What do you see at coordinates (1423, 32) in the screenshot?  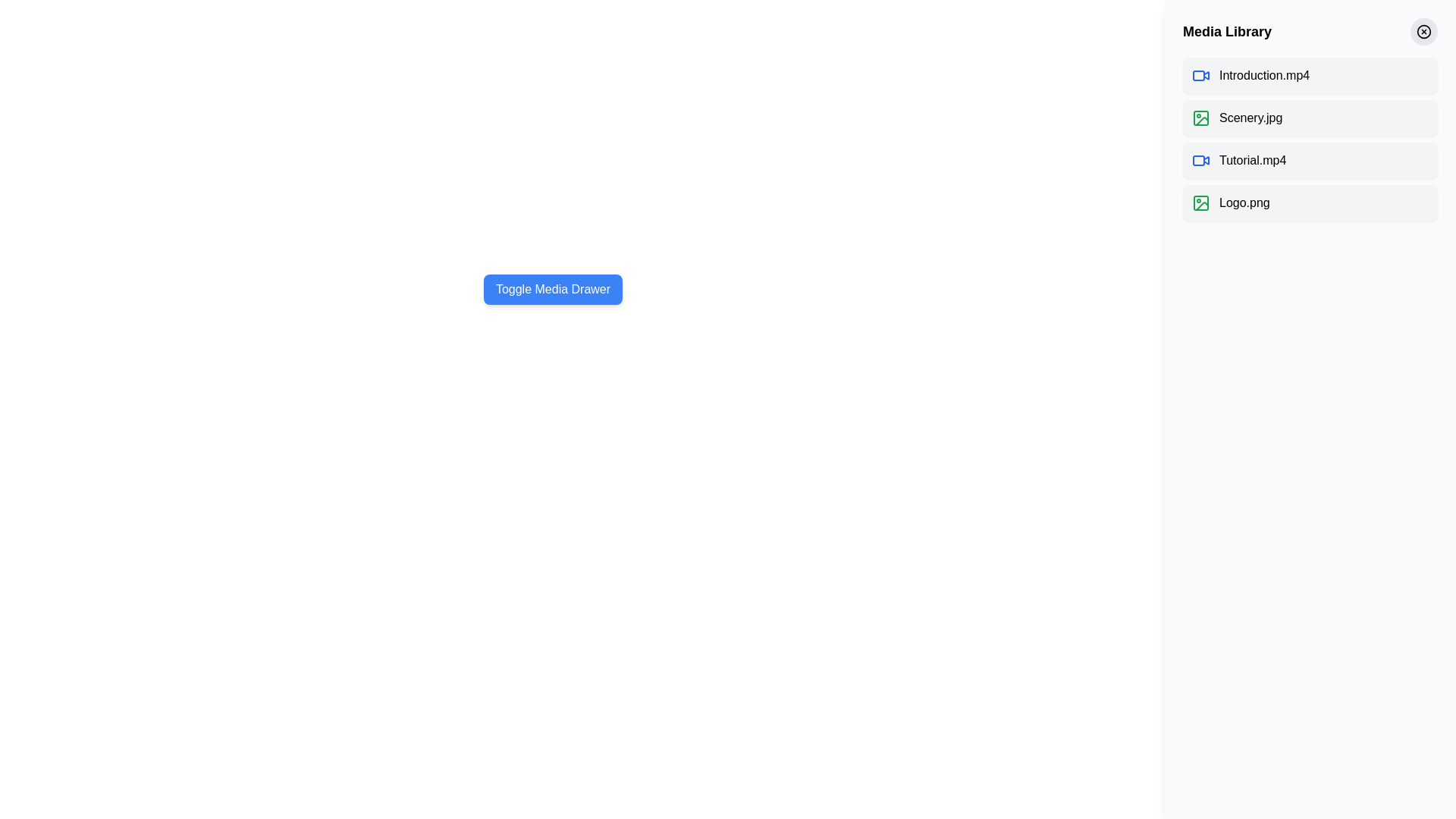 I see `the center of the circular close button with an 'X' mark inside, located on the right-hand side of the 'Media Library' section's header` at bounding box center [1423, 32].